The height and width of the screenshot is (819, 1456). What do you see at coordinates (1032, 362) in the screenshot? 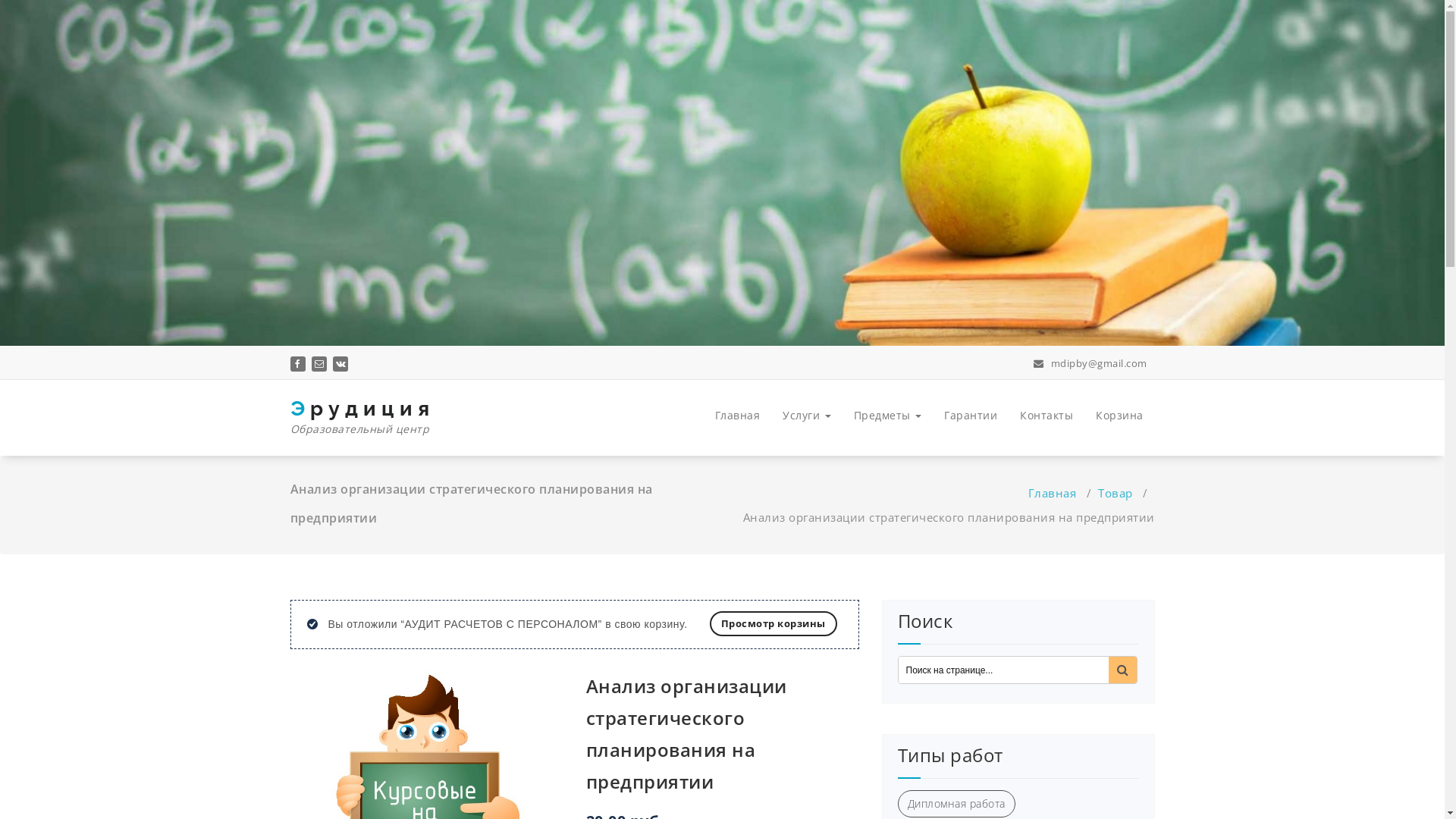
I see `'mdipby@gmail.com'` at bounding box center [1032, 362].